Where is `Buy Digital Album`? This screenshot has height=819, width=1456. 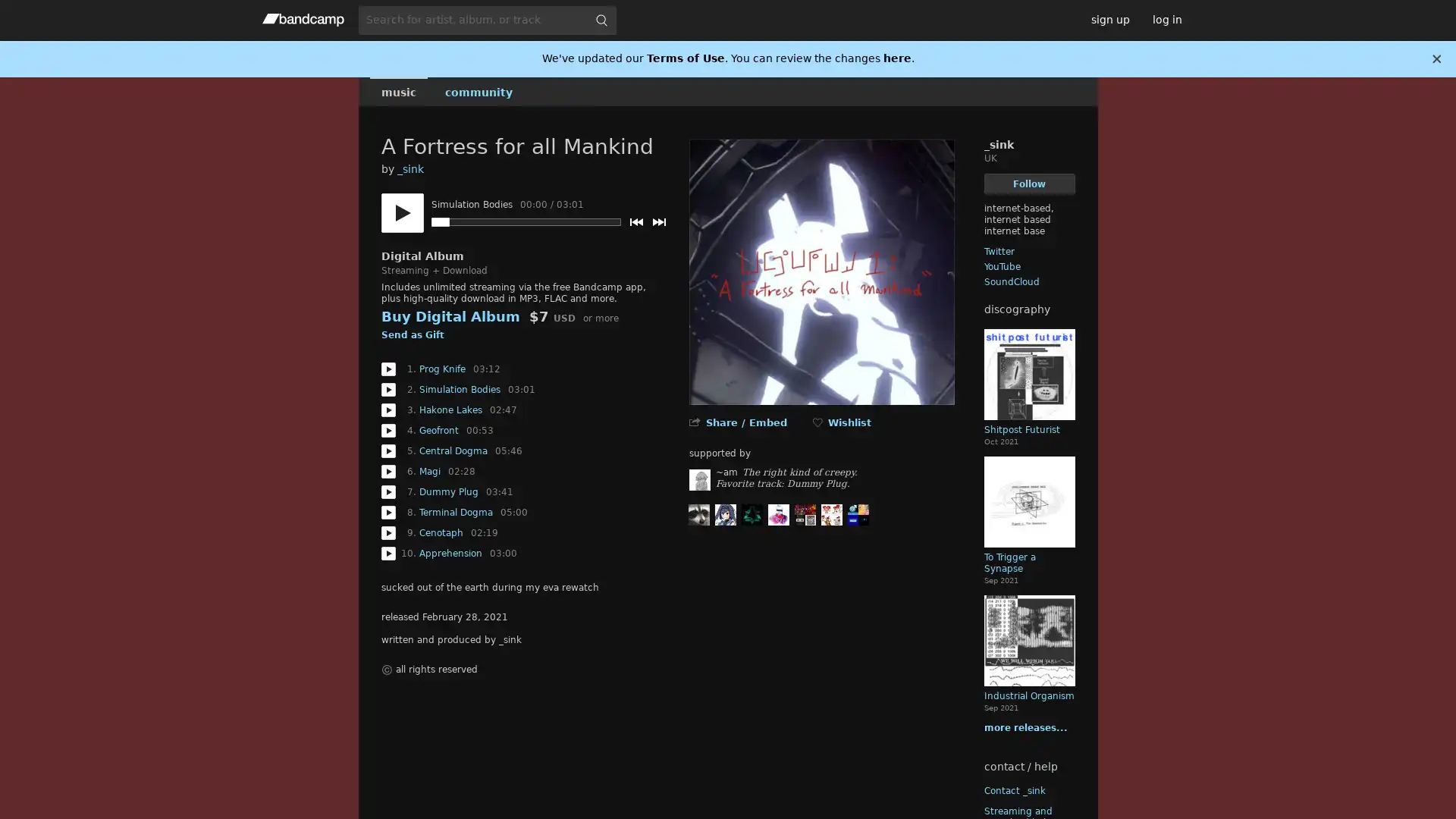
Buy Digital Album is located at coordinates (449, 315).